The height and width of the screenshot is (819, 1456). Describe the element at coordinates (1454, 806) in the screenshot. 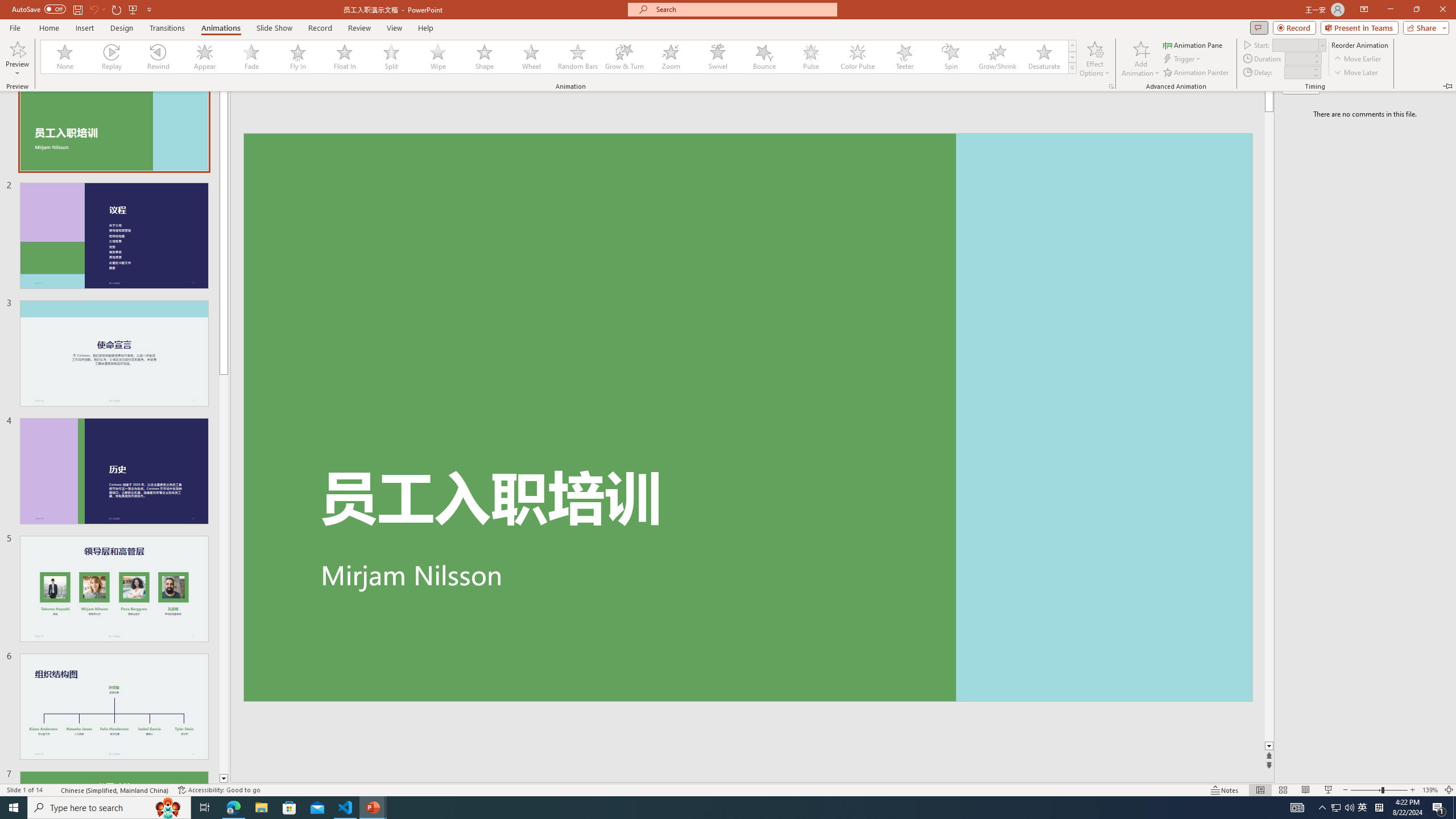

I see `'Show desktop'` at that location.